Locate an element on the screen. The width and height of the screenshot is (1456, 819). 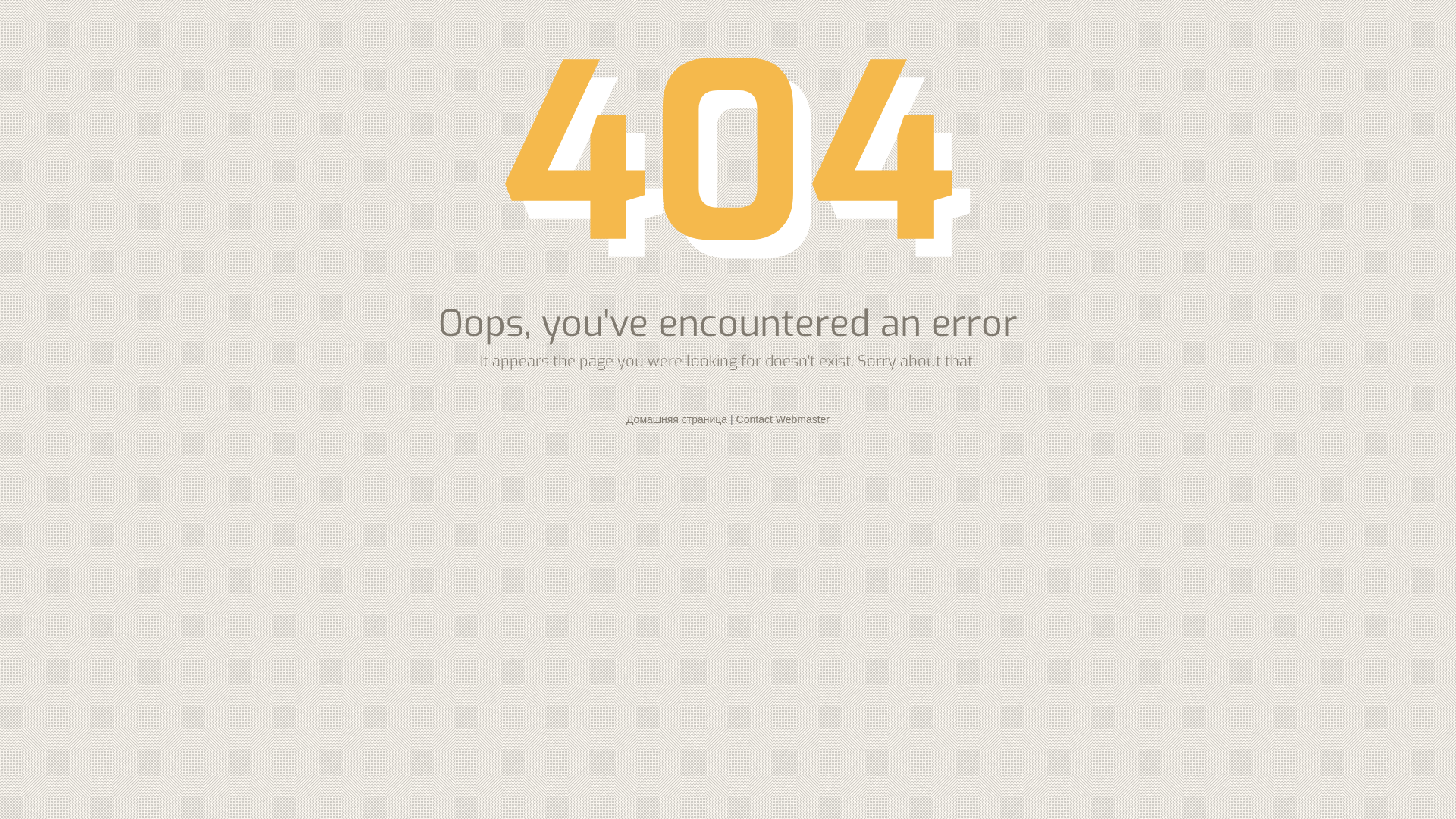
'Contact Webmaster' is located at coordinates (736, 419).